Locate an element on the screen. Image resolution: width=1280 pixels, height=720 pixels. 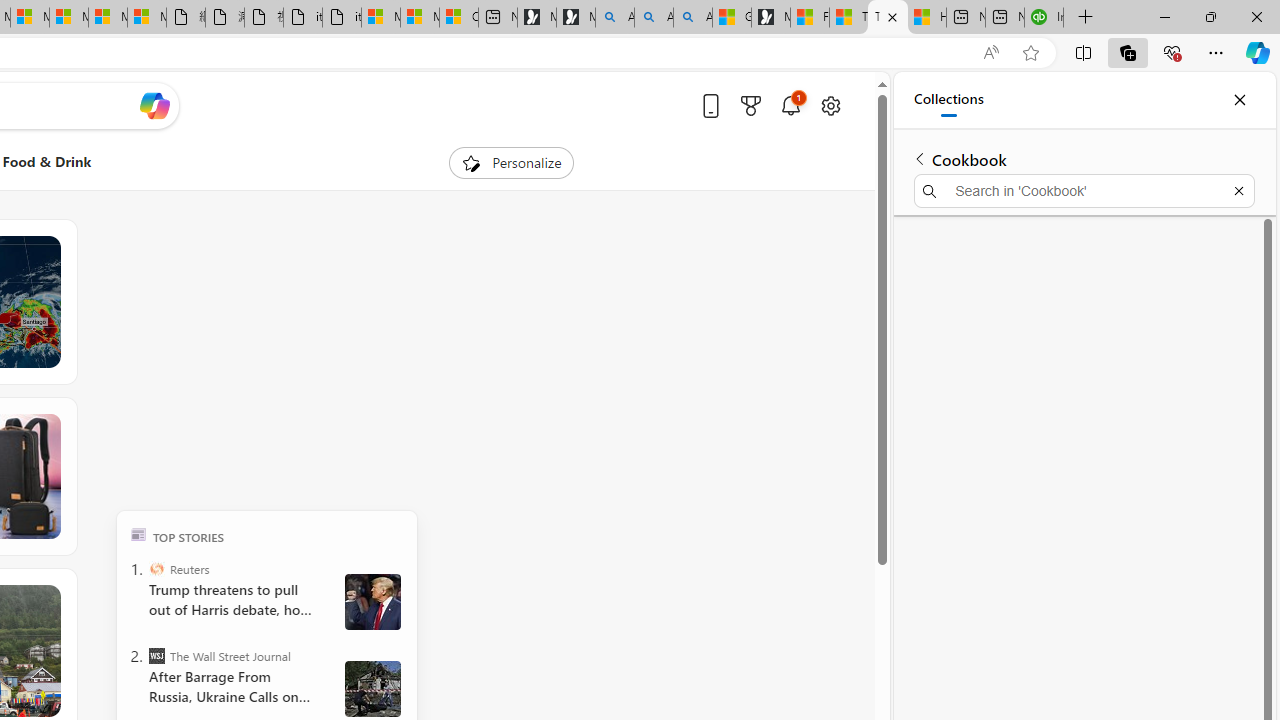
'Reuters' is located at coordinates (155, 568).